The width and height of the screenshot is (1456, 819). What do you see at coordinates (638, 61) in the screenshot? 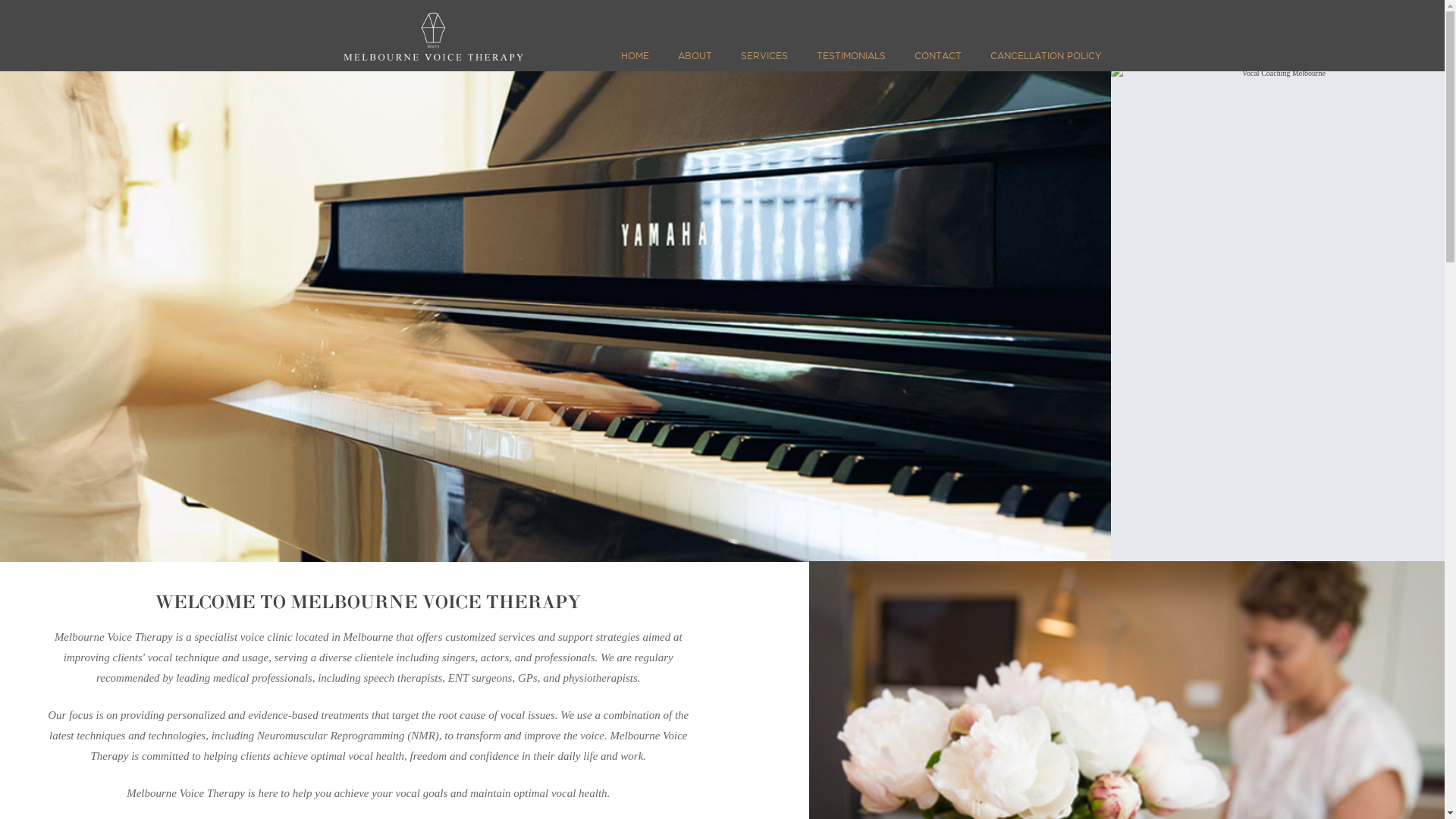
I see `'HOME'` at bounding box center [638, 61].